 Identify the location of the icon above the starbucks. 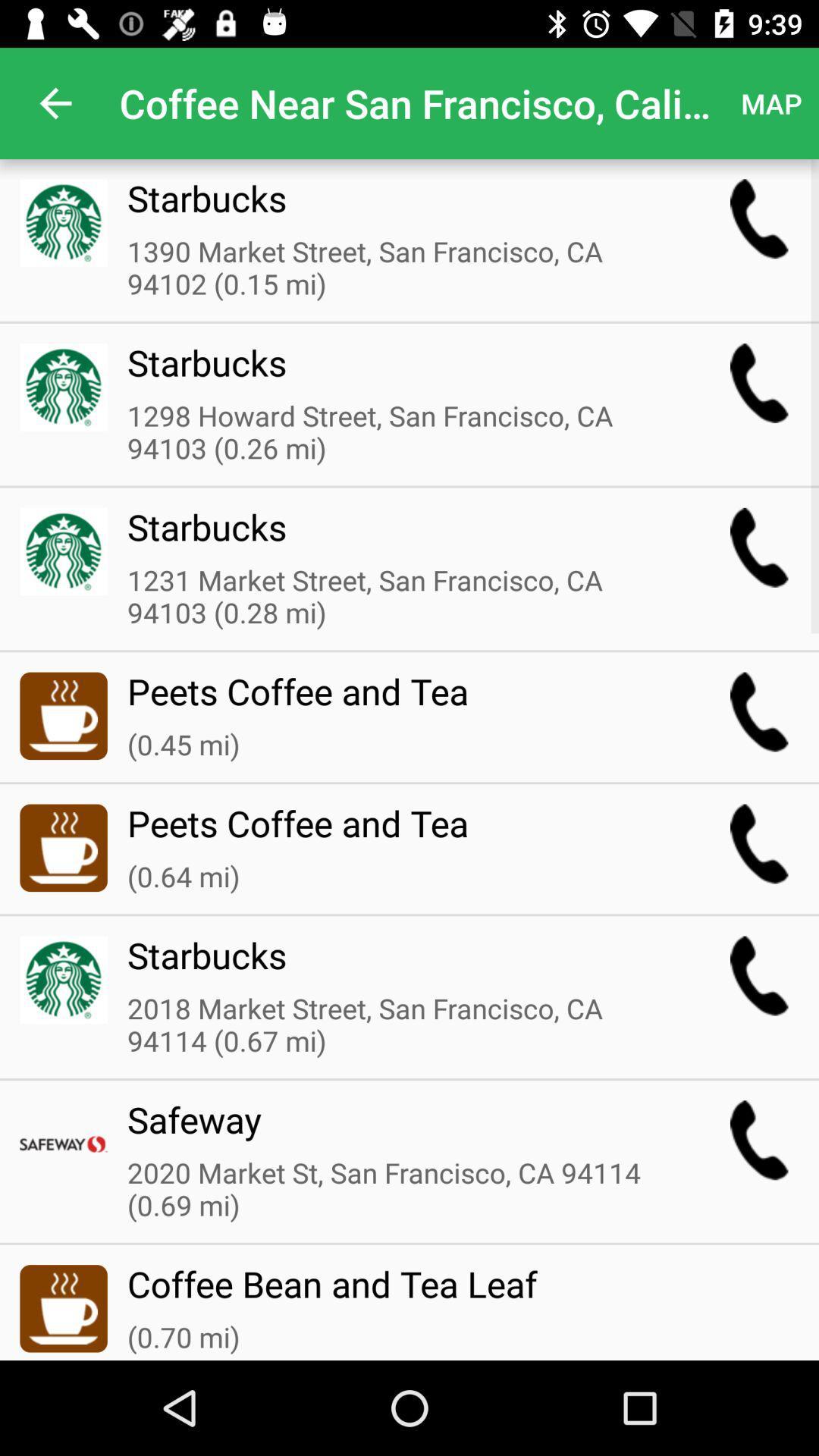
(397, 432).